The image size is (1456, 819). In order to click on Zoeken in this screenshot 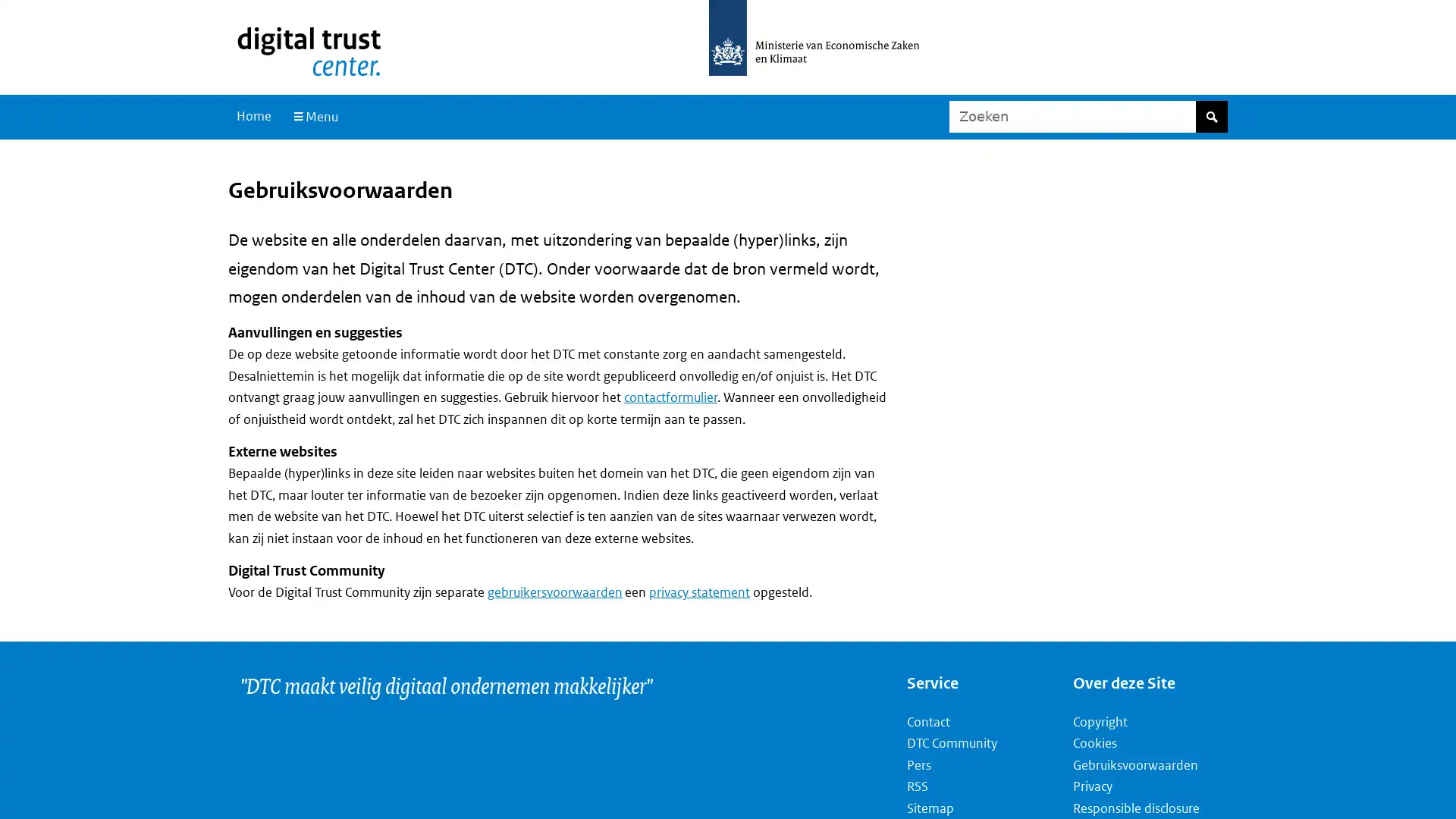, I will do `click(1210, 116)`.